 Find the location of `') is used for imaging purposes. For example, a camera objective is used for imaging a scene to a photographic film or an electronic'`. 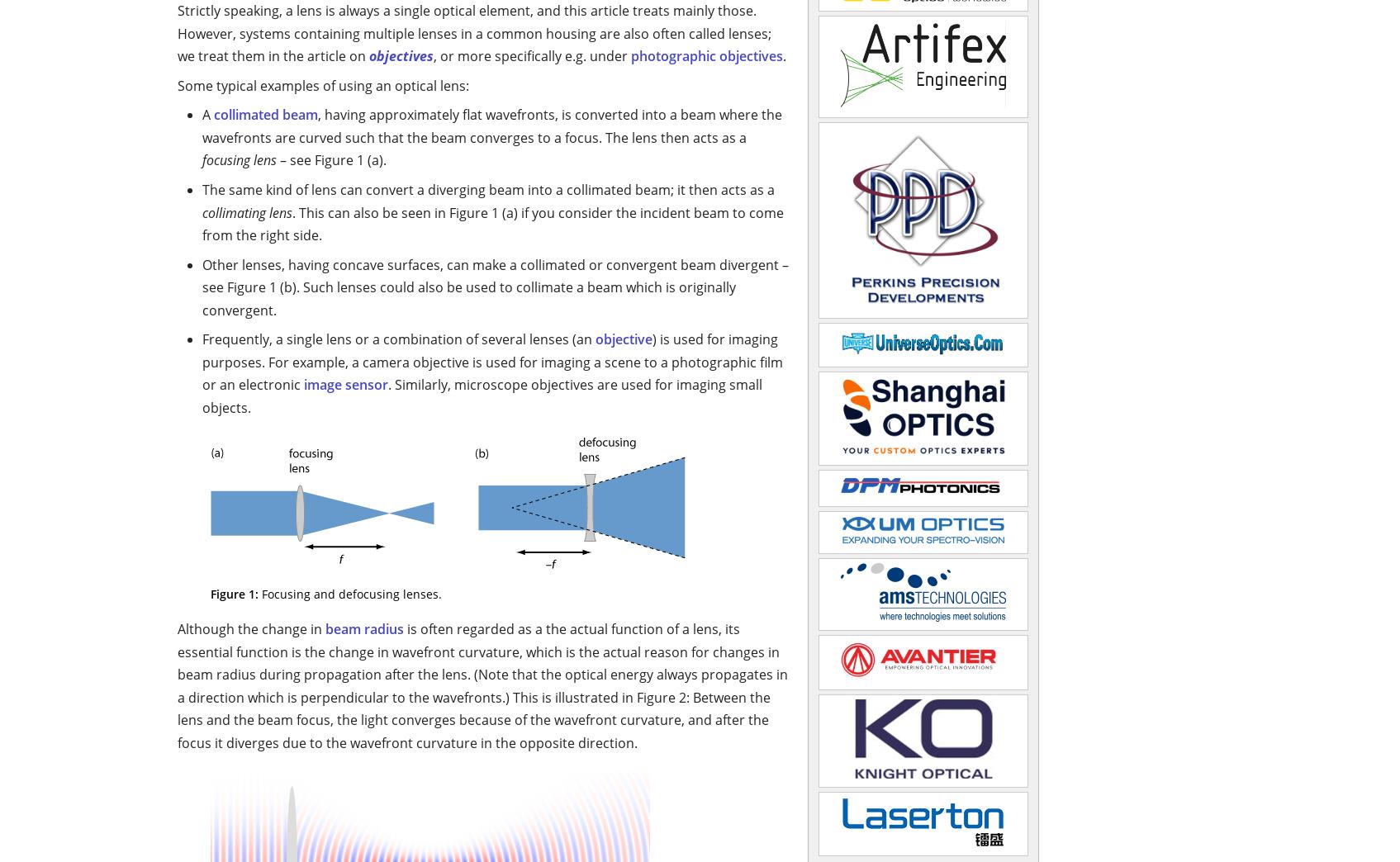

') is used for imaging purposes. For example, a camera objective is used for imaging a scene to a photographic film or an electronic' is located at coordinates (491, 361).